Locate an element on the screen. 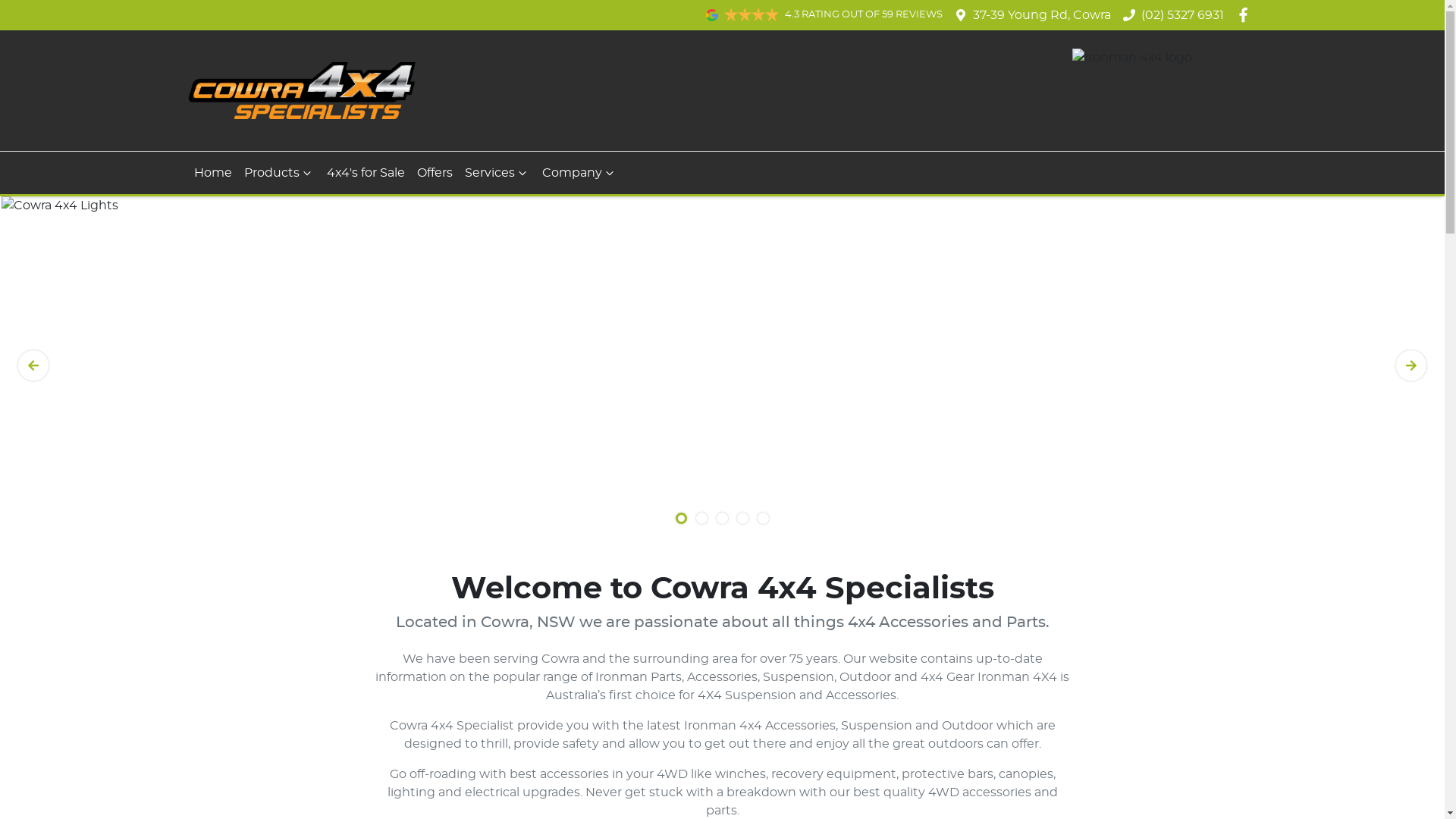 The width and height of the screenshot is (1456, 819). '4x4's for Sale' is located at coordinates (365, 171).